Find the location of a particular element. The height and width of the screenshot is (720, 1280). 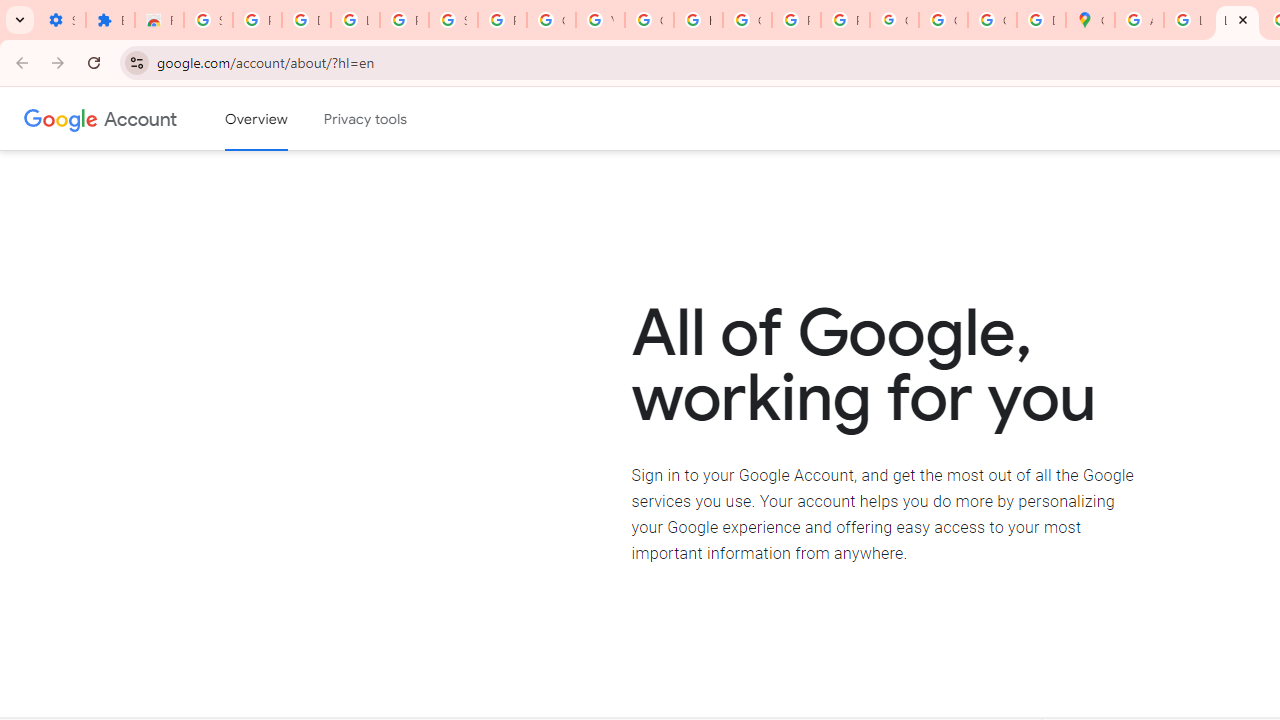

'Delete photos & videos - Computer - Google Photos Help' is located at coordinates (305, 20).